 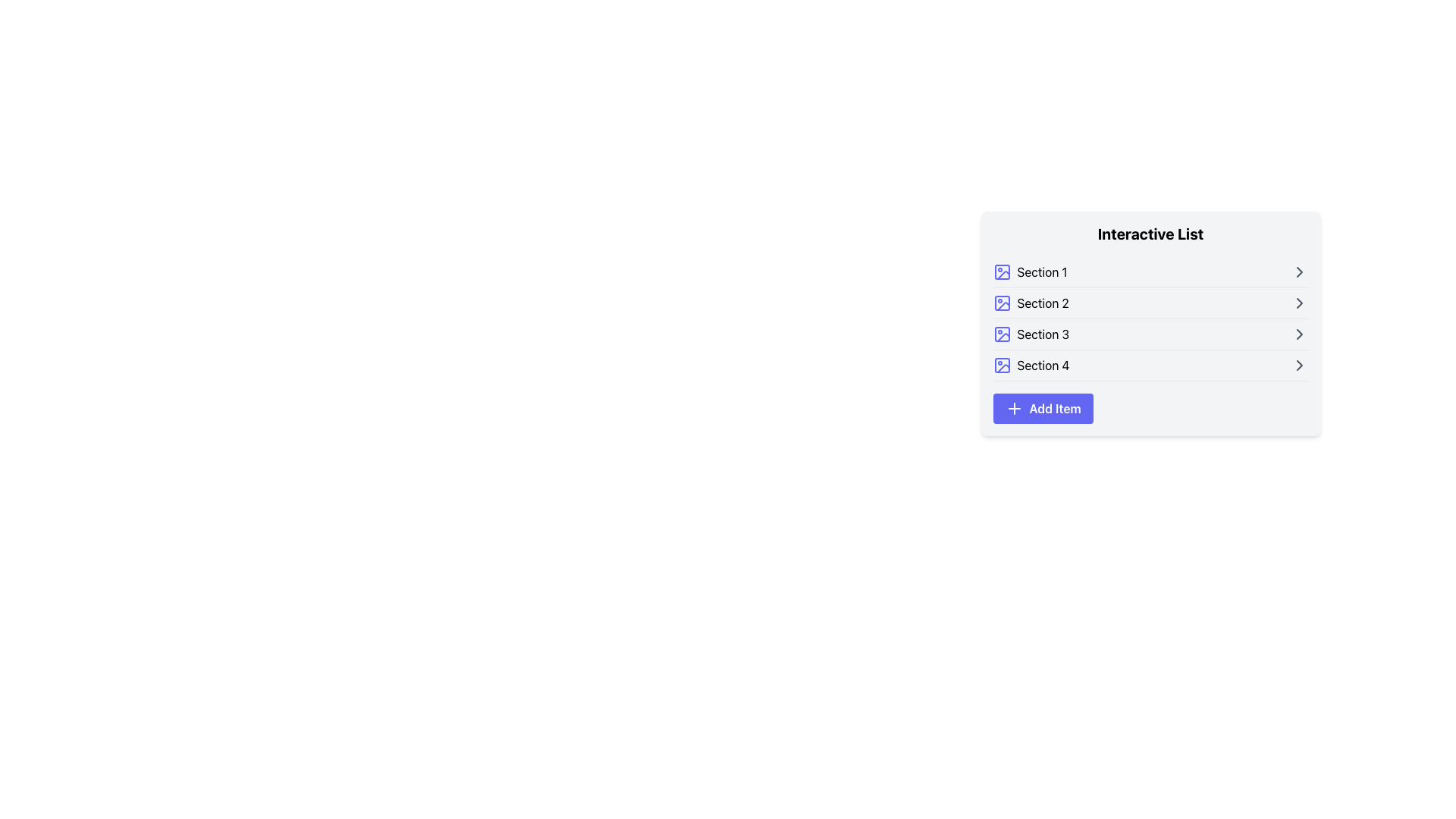 I want to click on the third list item in the vertical navigation that leads to 'Section 3', so click(x=1150, y=334).